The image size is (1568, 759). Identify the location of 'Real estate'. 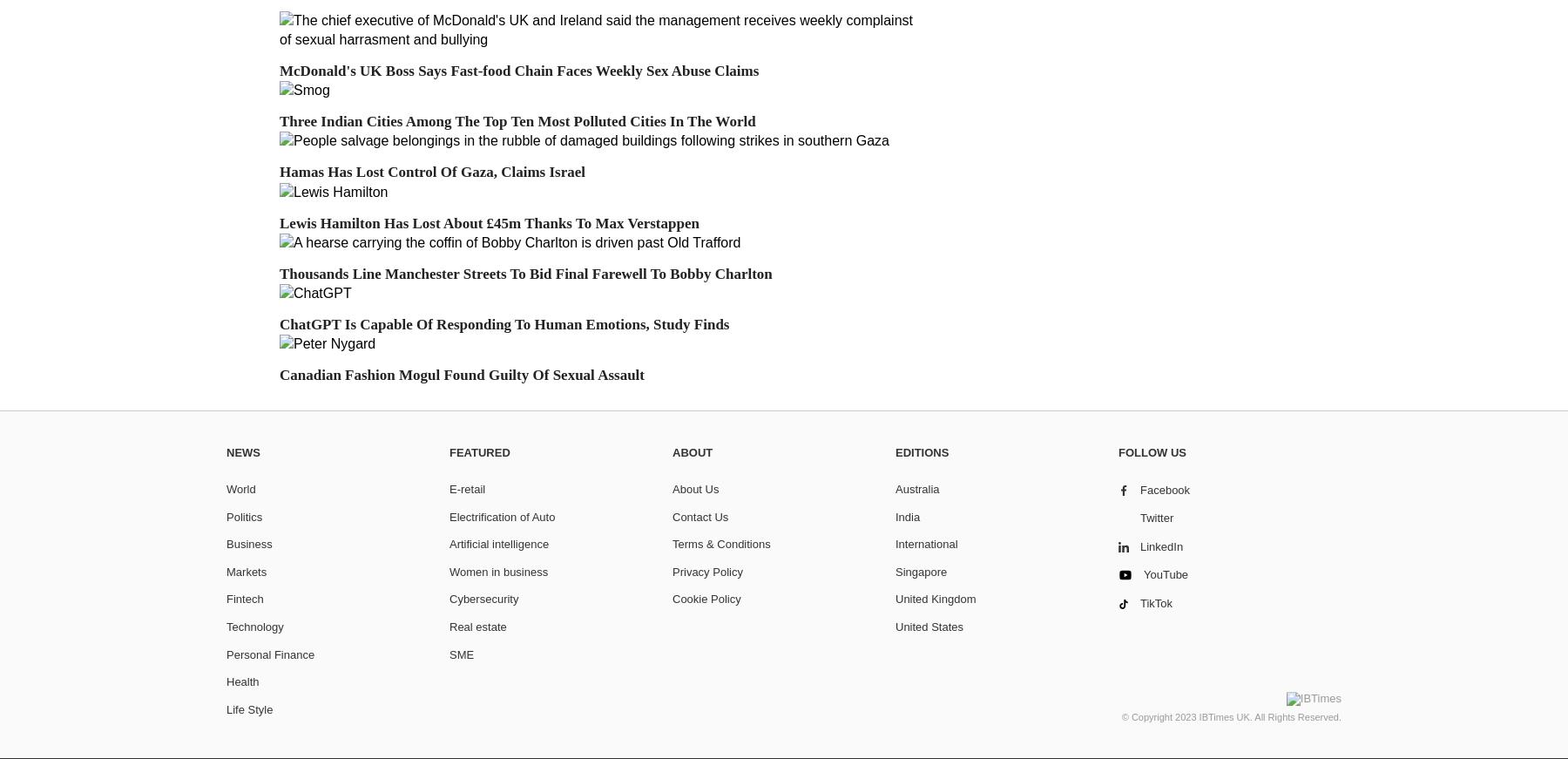
(476, 625).